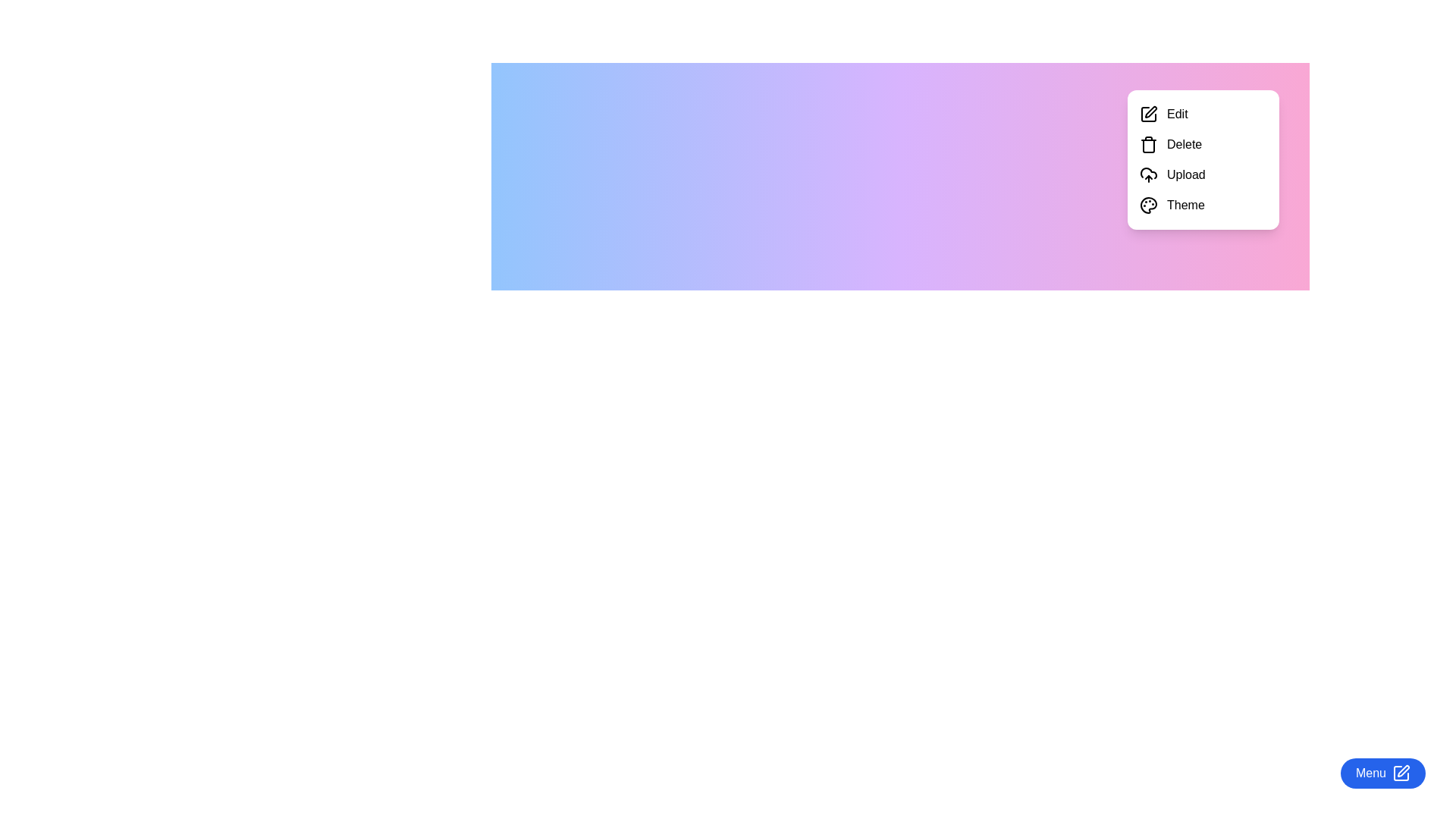 Image resolution: width=1456 pixels, height=819 pixels. What do you see at coordinates (1203, 145) in the screenshot?
I see `the Delete menu option` at bounding box center [1203, 145].